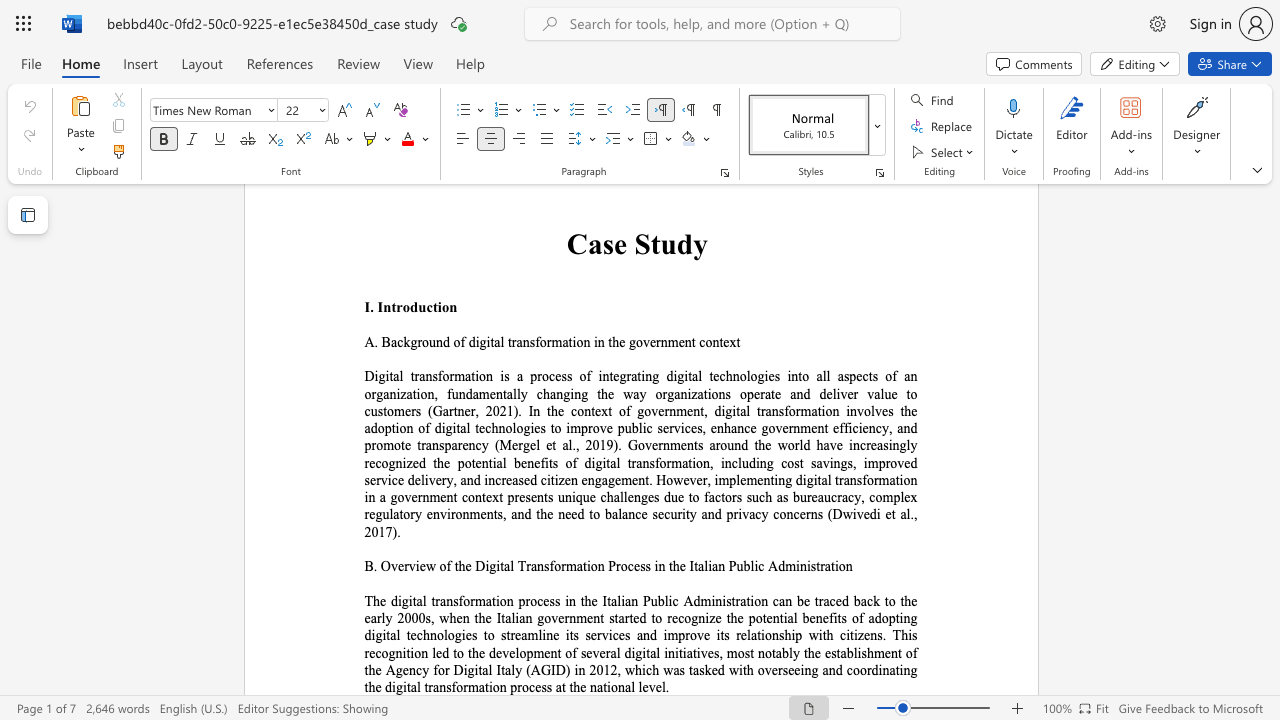 Image resolution: width=1280 pixels, height=720 pixels. I want to click on the subset text "gnition led to the development of several digital initiatives, most notably the establishment of the Ag" within the text "The digital transformation process in the Italian Public Administration can be traced back to the early 2000s, when the Italian government started to recognize the potential benefits of adopting digital technologies to streamline its services and improve its relationship with citizens. This recognition led to the development of several digital initiatives, most notably the establishment of the Agency for Digital Italy (AGID) in 2012, which was tasked with overseeing and coordinating the digital transformati", so click(388, 653).